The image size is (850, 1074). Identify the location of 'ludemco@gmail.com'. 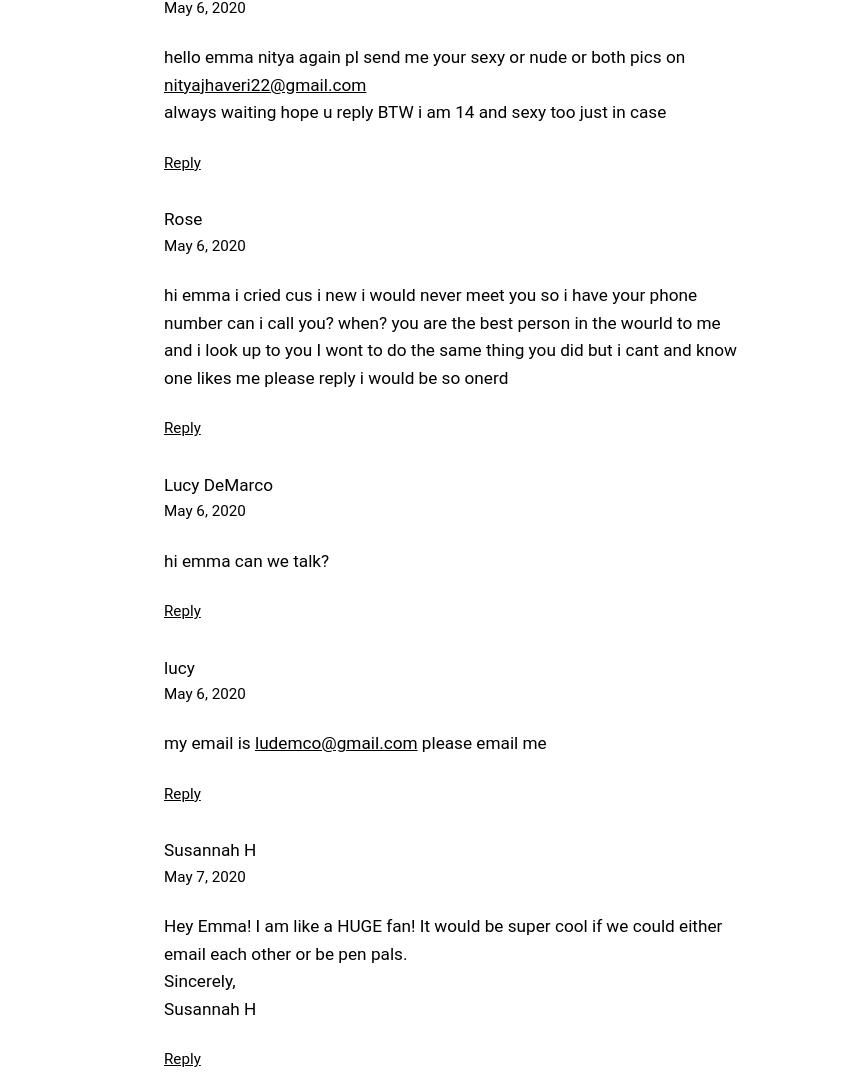
(335, 742).